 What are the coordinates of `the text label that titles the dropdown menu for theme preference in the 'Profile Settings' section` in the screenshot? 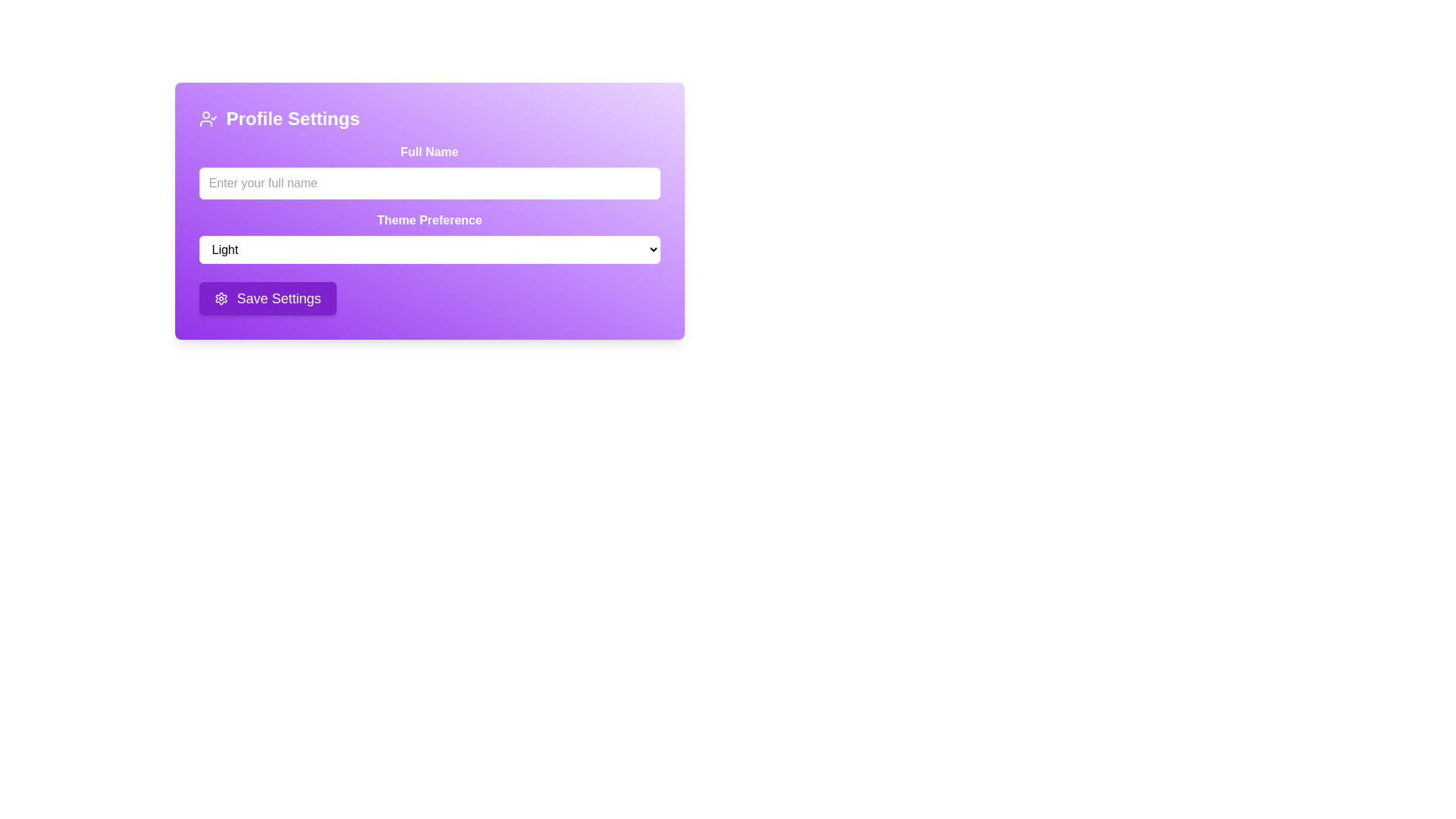 It's located at (428, 220).